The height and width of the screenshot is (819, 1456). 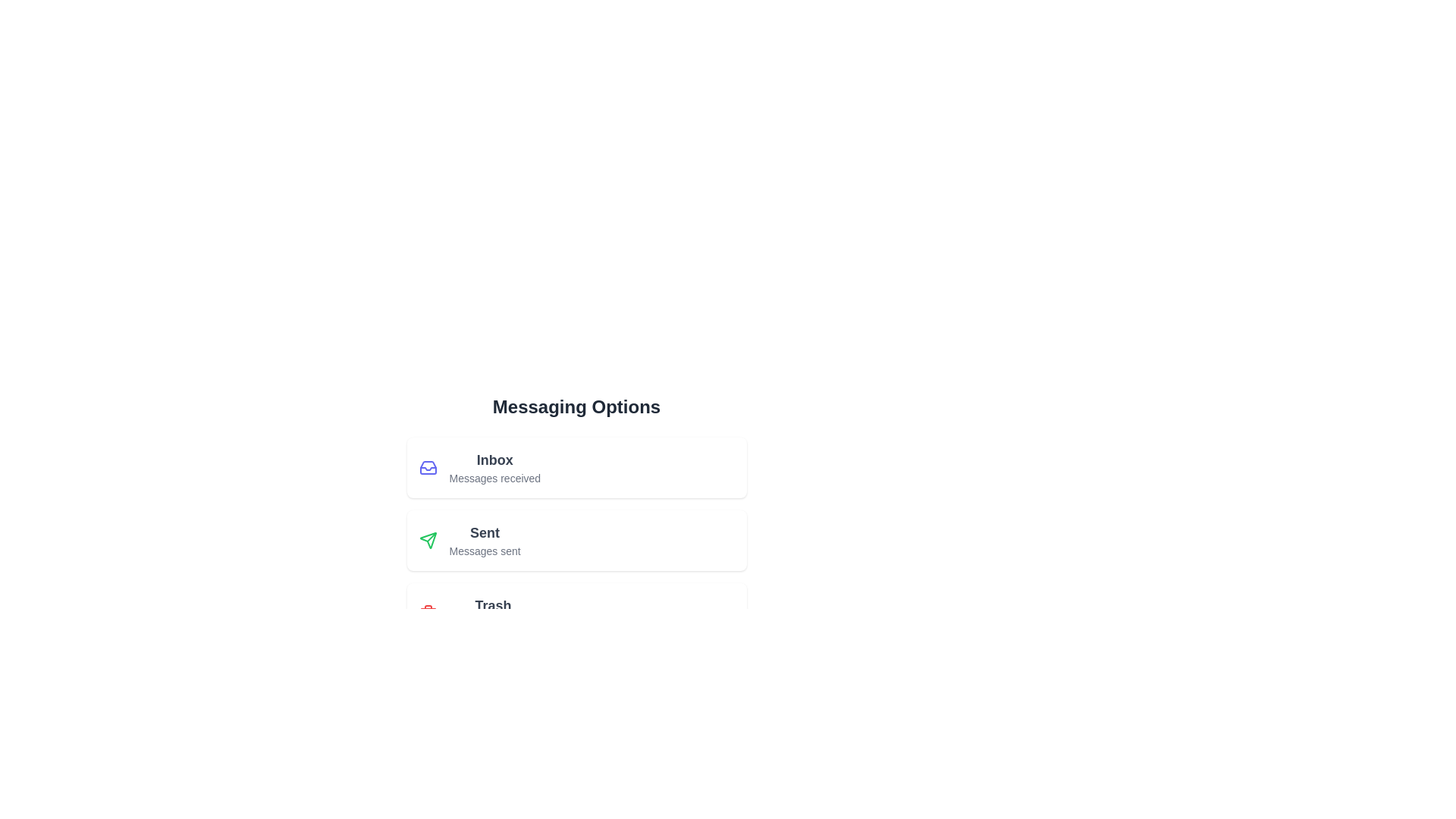 I want to click on the menu item labeled Trash, so click(x=576, y=613).